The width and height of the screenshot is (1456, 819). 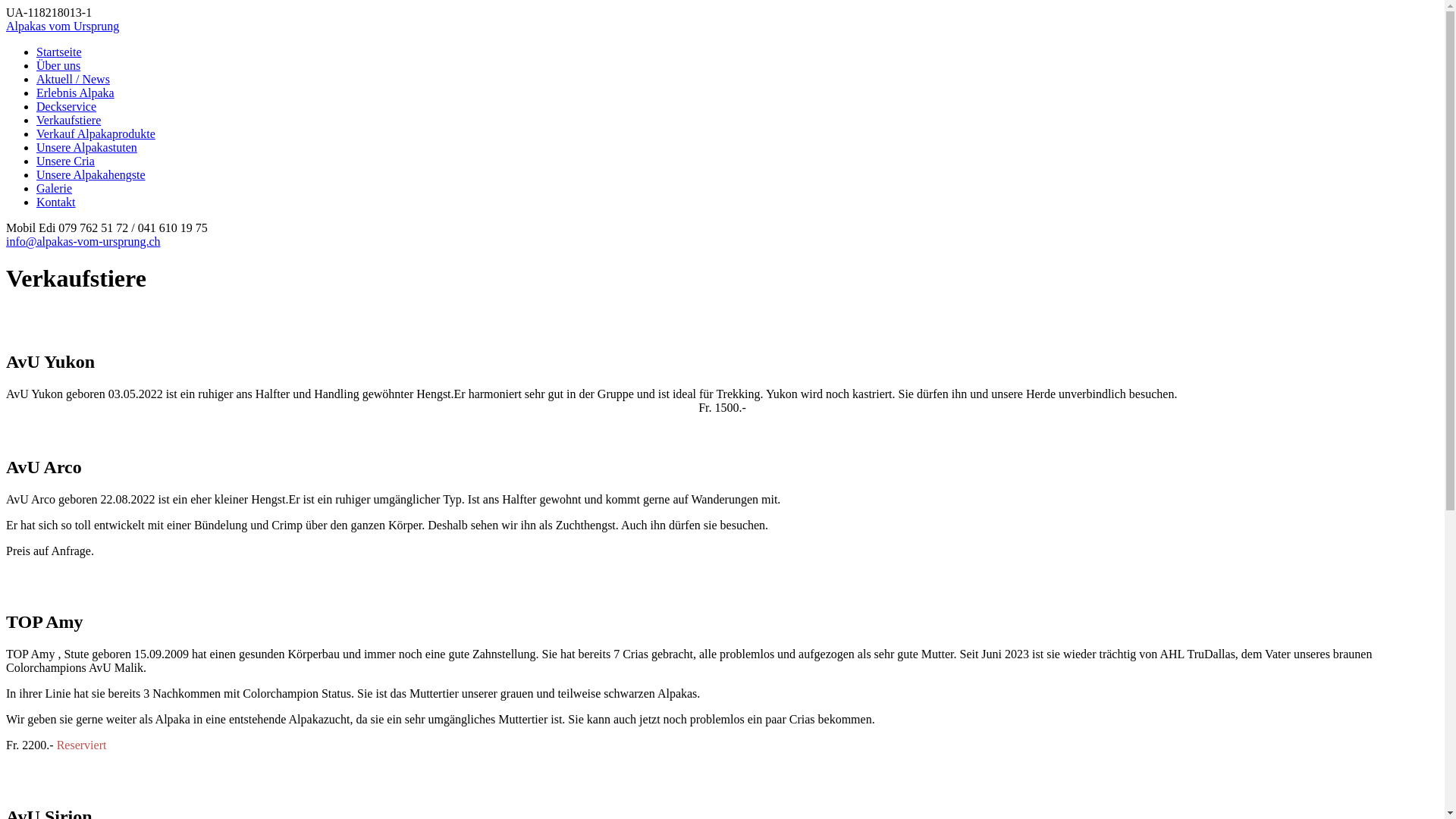 I want to click on 'Alpakas vom Ursprung', so click(x=61, y=26).